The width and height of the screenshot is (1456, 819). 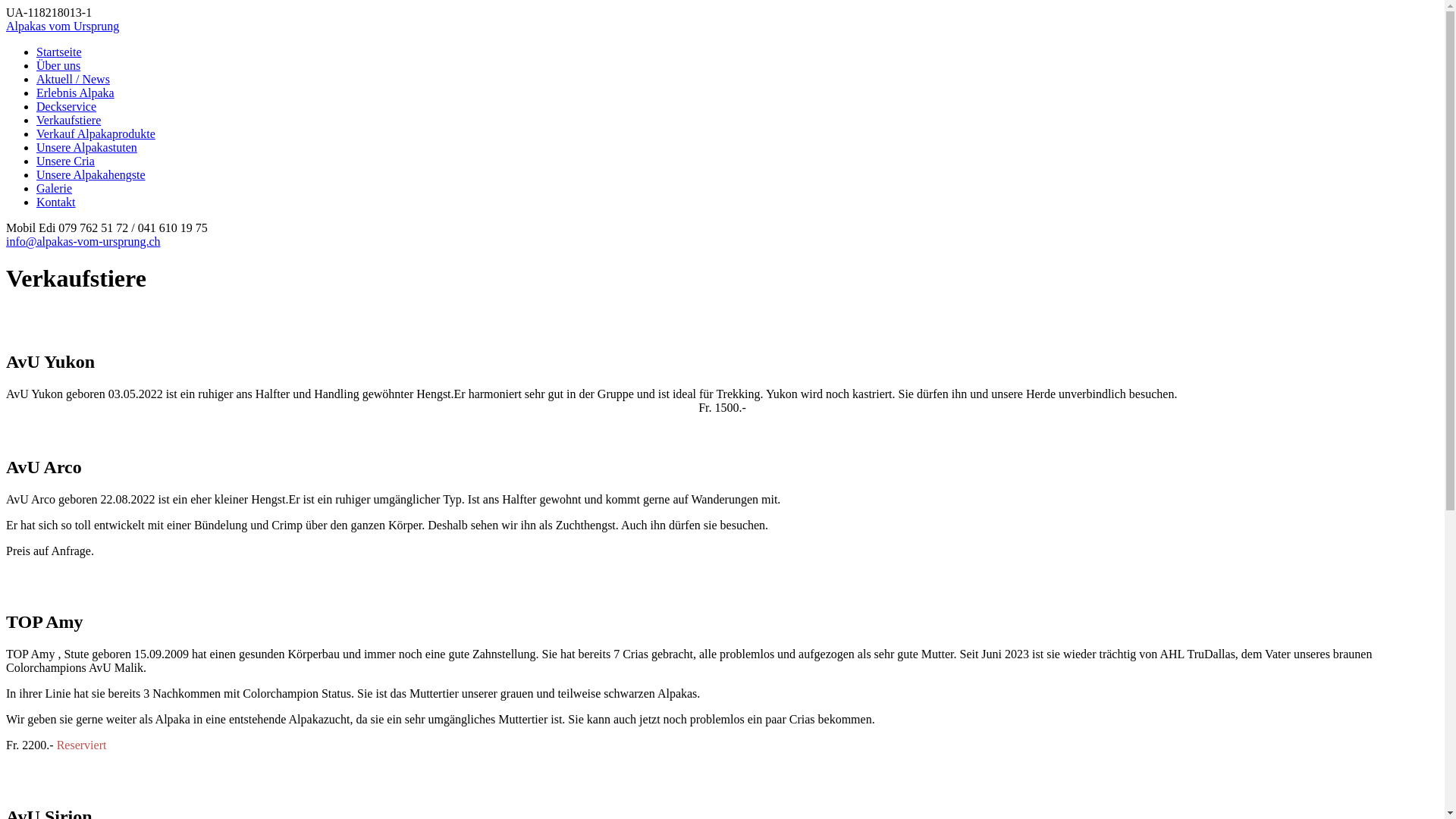 I want to click on 'Alpakas vom Ursprung', so click(x=61, y=26).